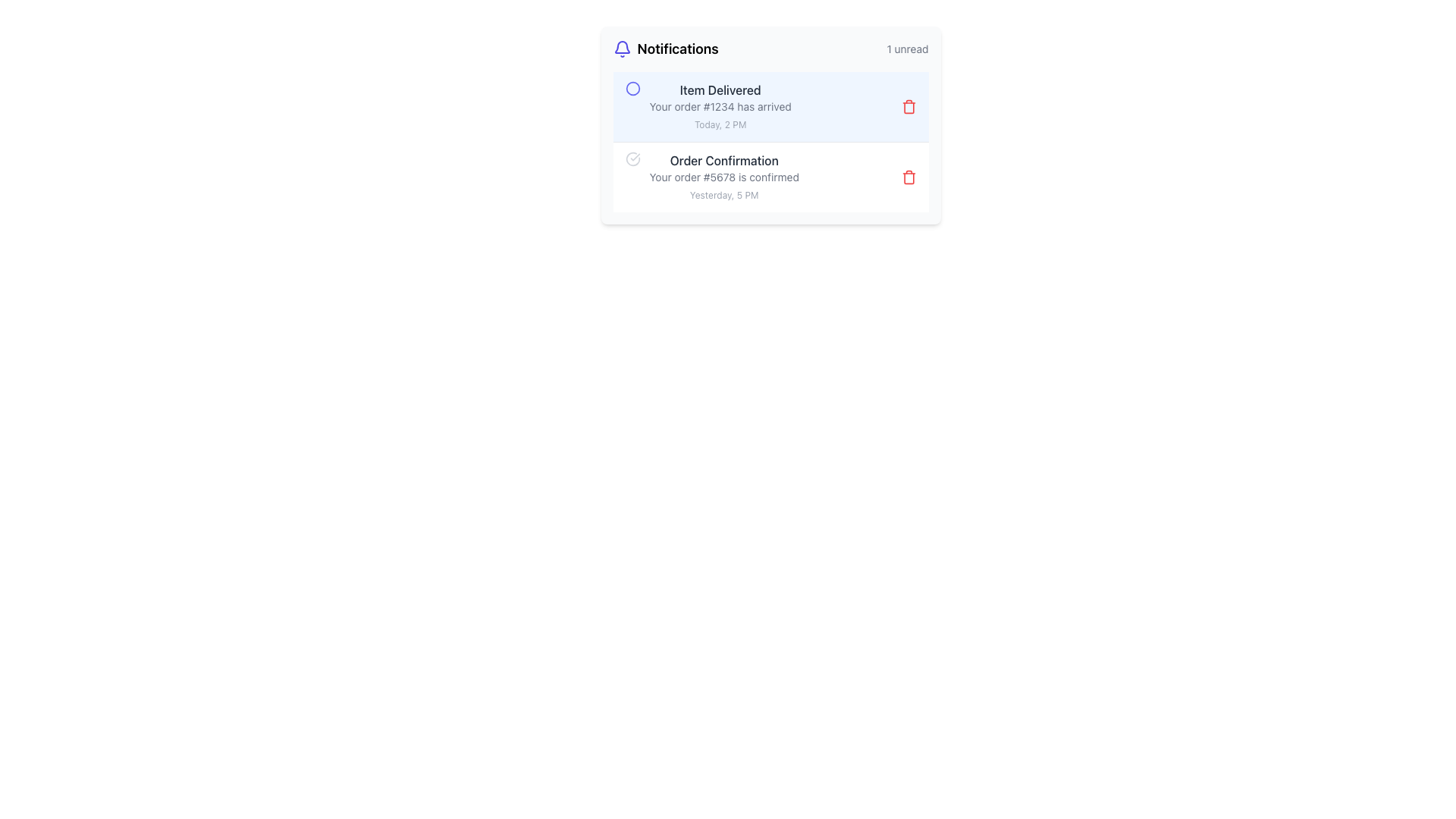  What do you see at coordinates (632, 88) in the screenshot?
I see `the vector graphic circle element that serves as a visual indicator for the first notification` at bounding box center [632, 88].